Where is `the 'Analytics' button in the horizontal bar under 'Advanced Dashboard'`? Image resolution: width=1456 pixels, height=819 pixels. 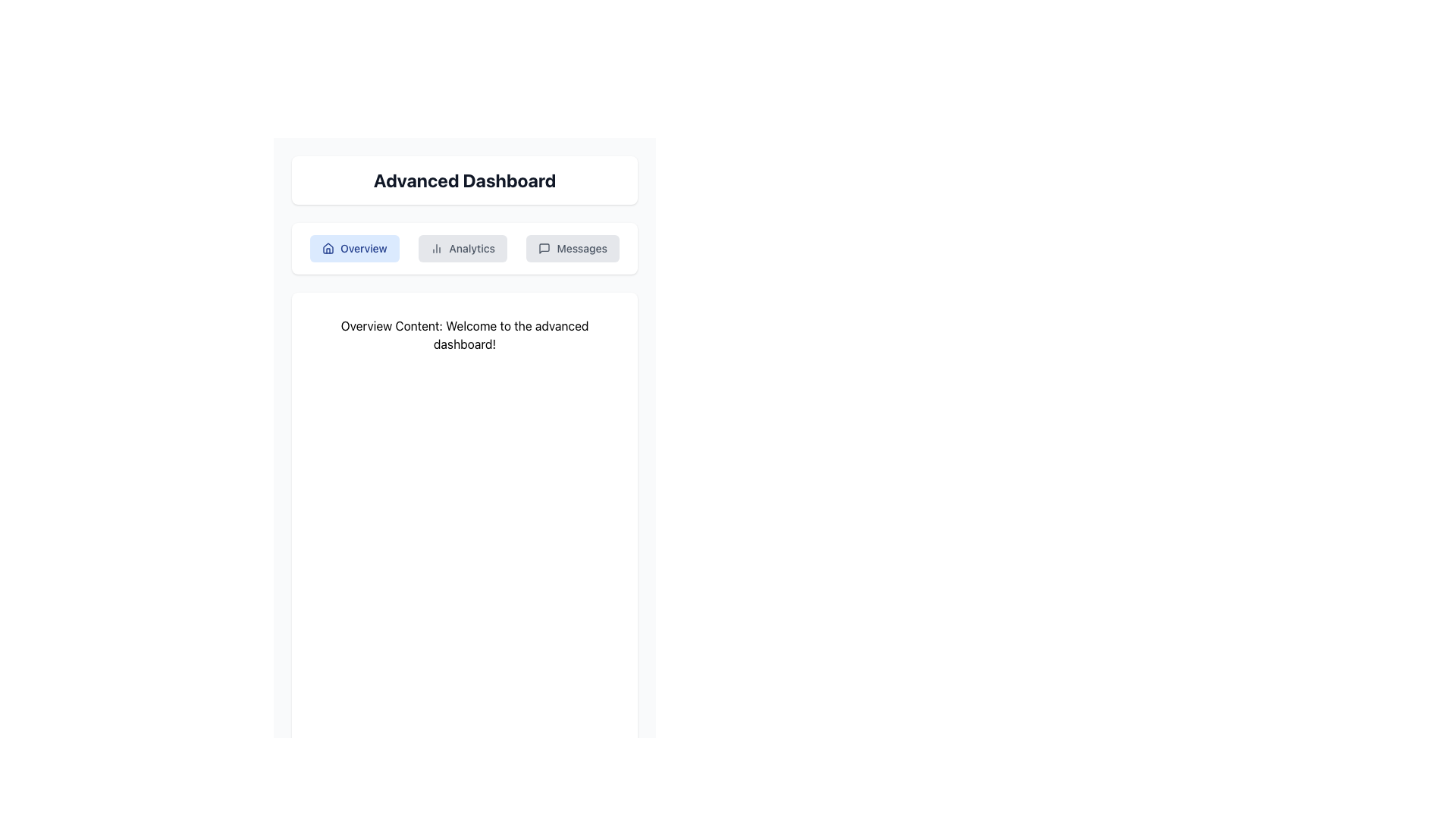
the 'Analytics' button in the horizontal bar under 'Advanced Dashboard' is located at coordinates (464, 247).